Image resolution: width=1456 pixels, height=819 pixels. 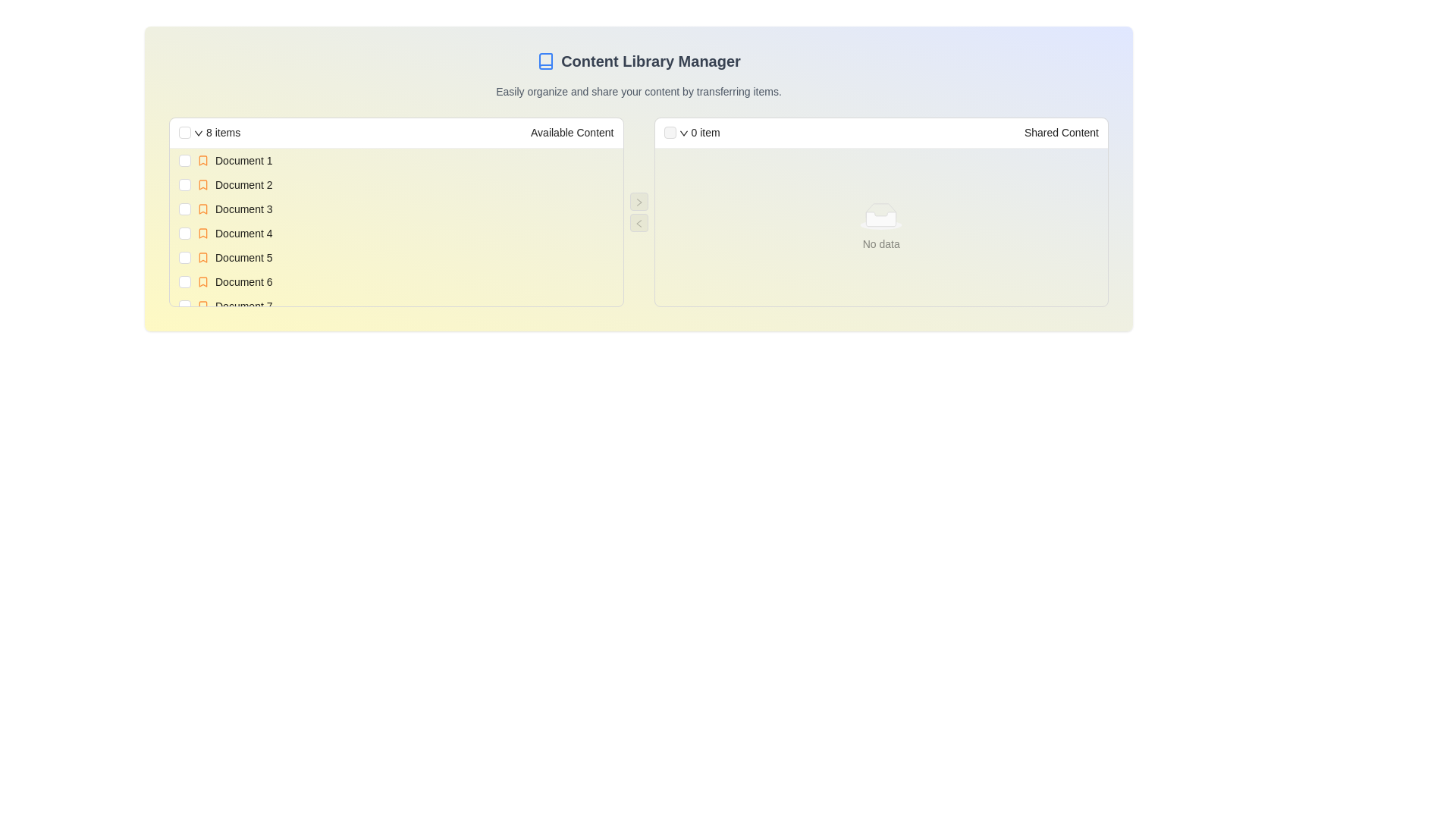 I want to click on the bookmark icon that represents 'Document 2', which is styled with a thin orange stroke and is the second icon in the vertical list under 'Available Content', so click(x=202, y=184).